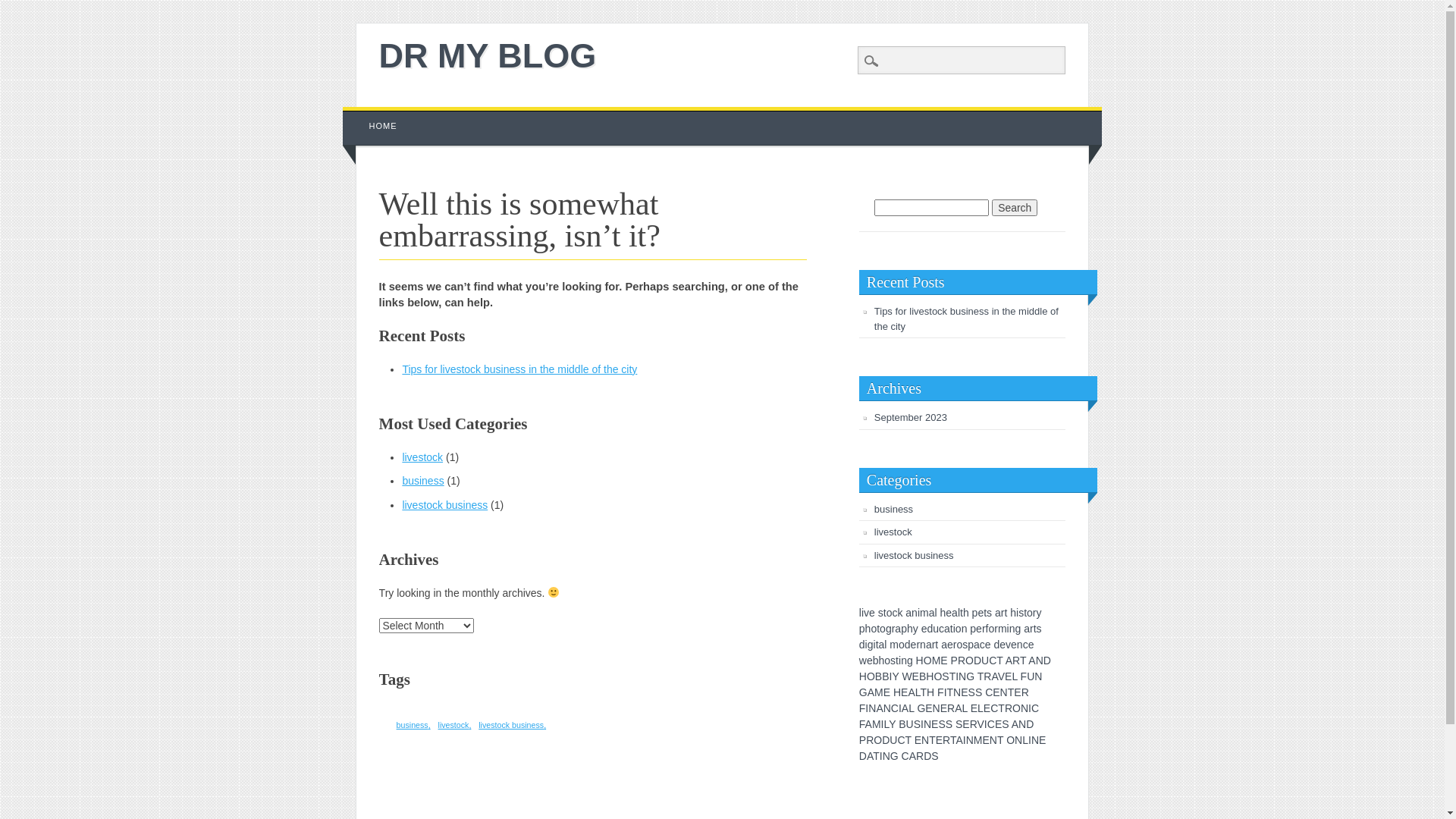 This screenshot has width=1456, height=819. I want to click on 'T', so click(908, 739).